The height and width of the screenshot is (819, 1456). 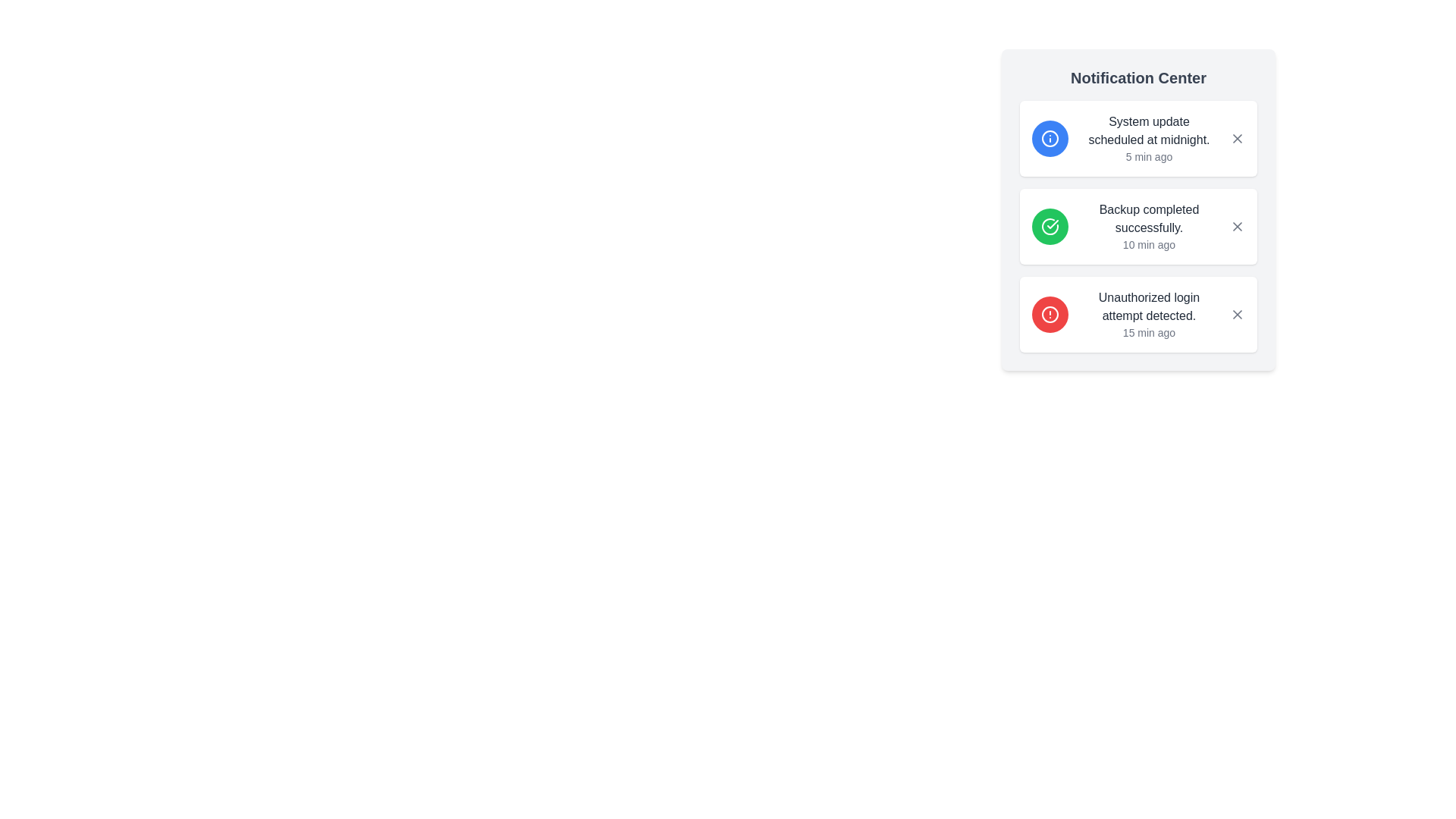 I want to click on the checkmark icon within the green circular badge located in the second notification card of the notification center, which indicates a successful backup completion, so click(x=1052, y=224).